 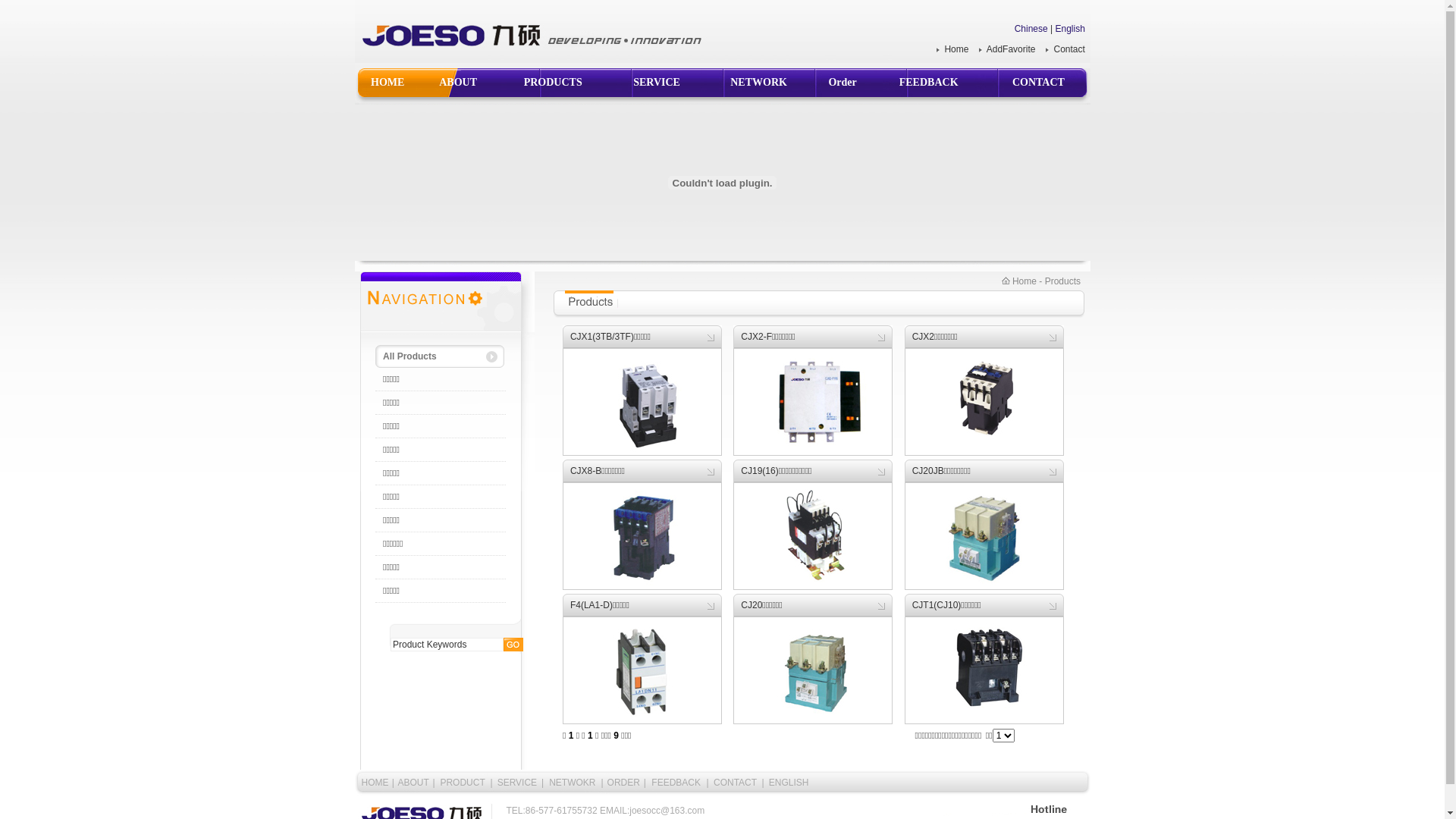 I want to click on 'ENGLISH', so click(x=768, y=783).